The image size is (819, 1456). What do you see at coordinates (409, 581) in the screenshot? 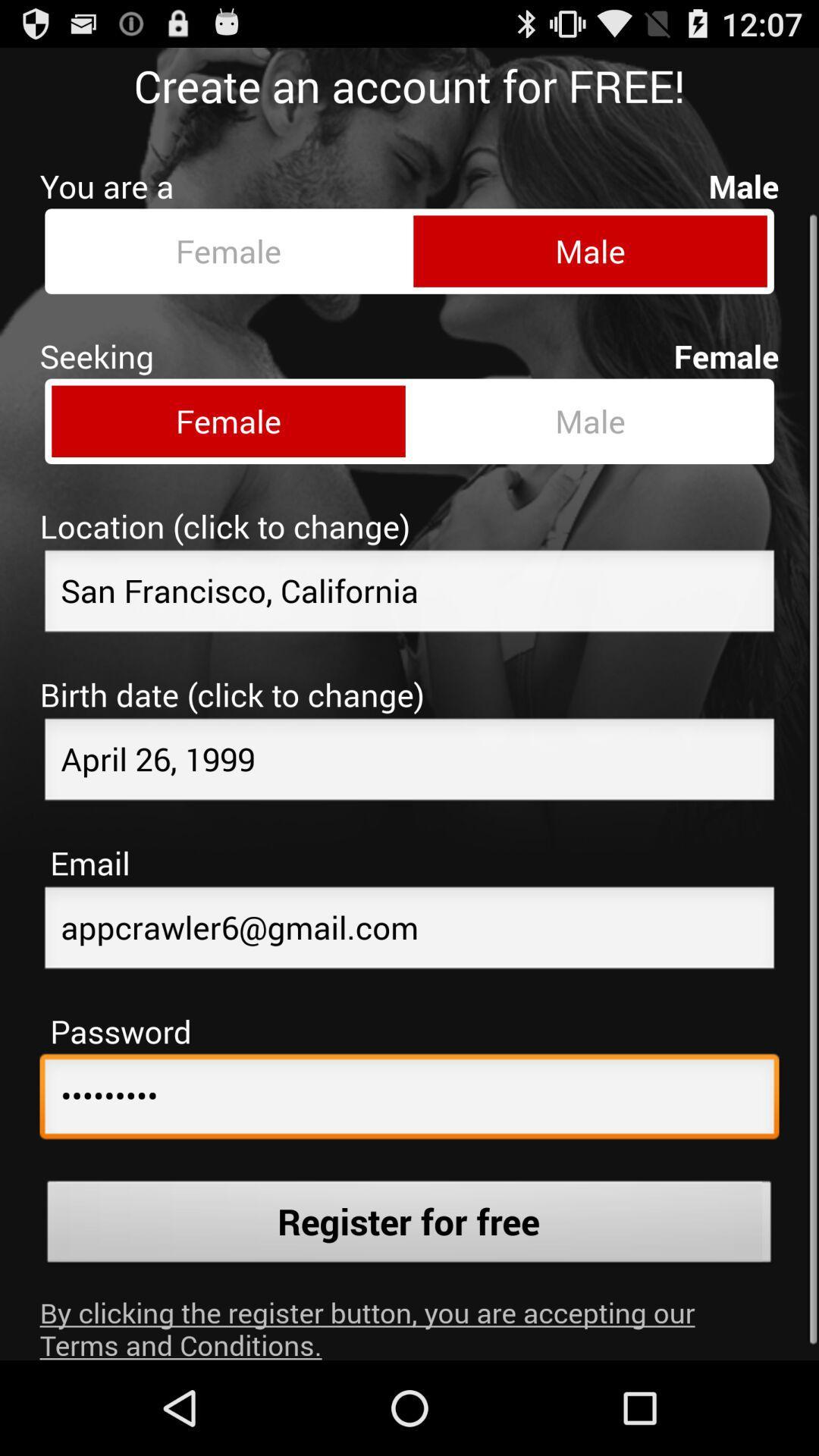
I see `current location` at bounding box center [409, 581].